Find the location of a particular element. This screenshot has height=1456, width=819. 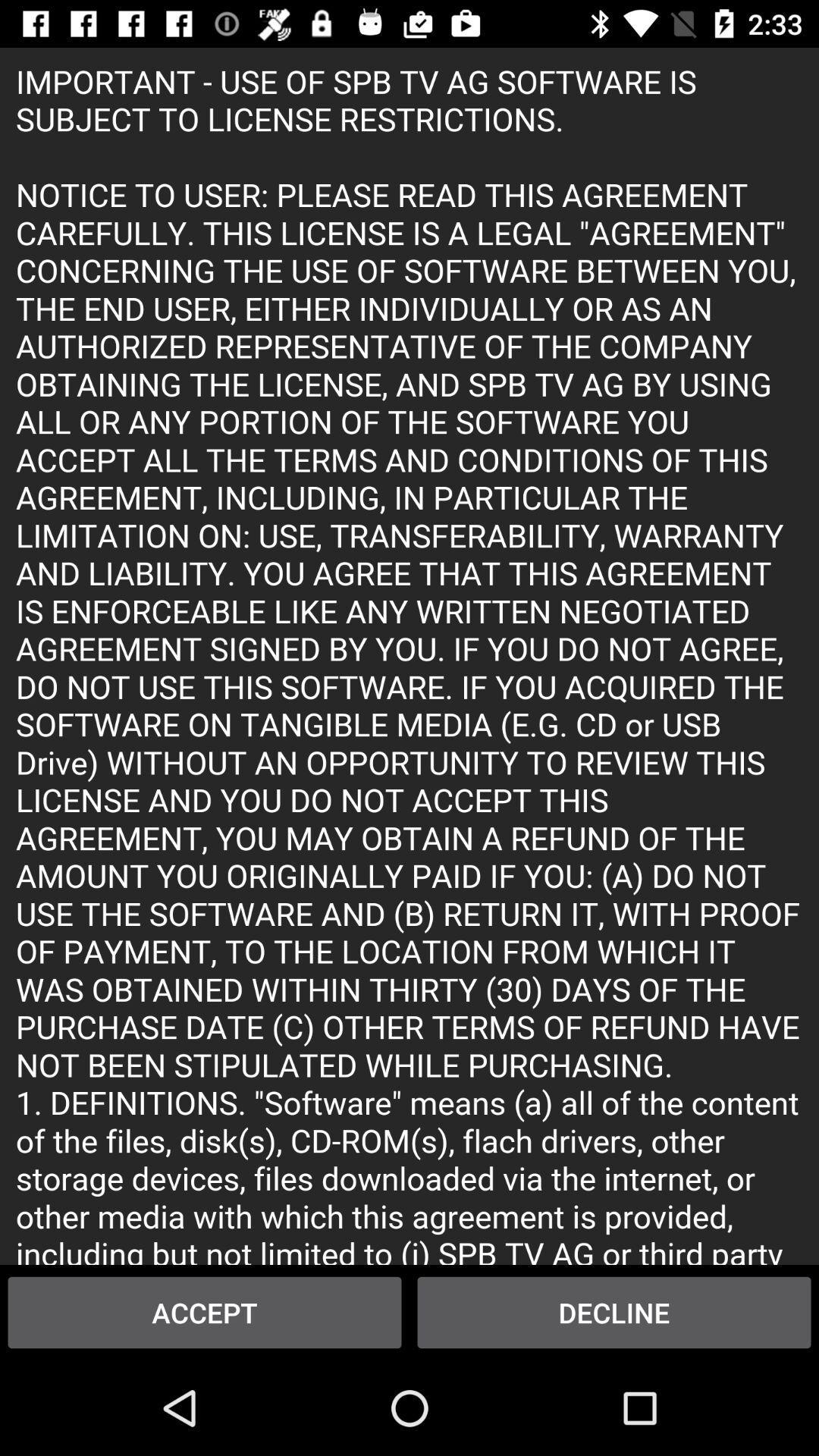

the icon next to the decline icon is located at coordinates (205, 1312).